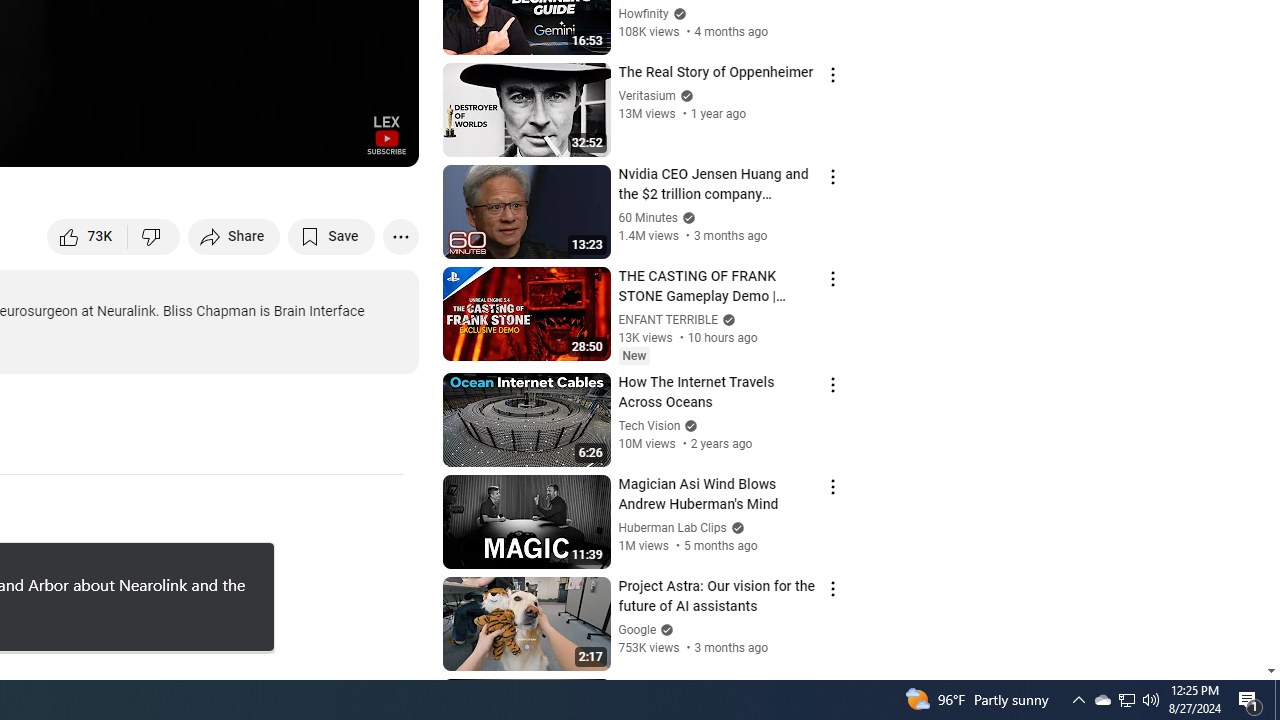 The image size is (1280, 720). What do you see at coordinates (382, 141) in the screenshot?
I see `'Full screen (f)'` at bounding box center [382, 141].